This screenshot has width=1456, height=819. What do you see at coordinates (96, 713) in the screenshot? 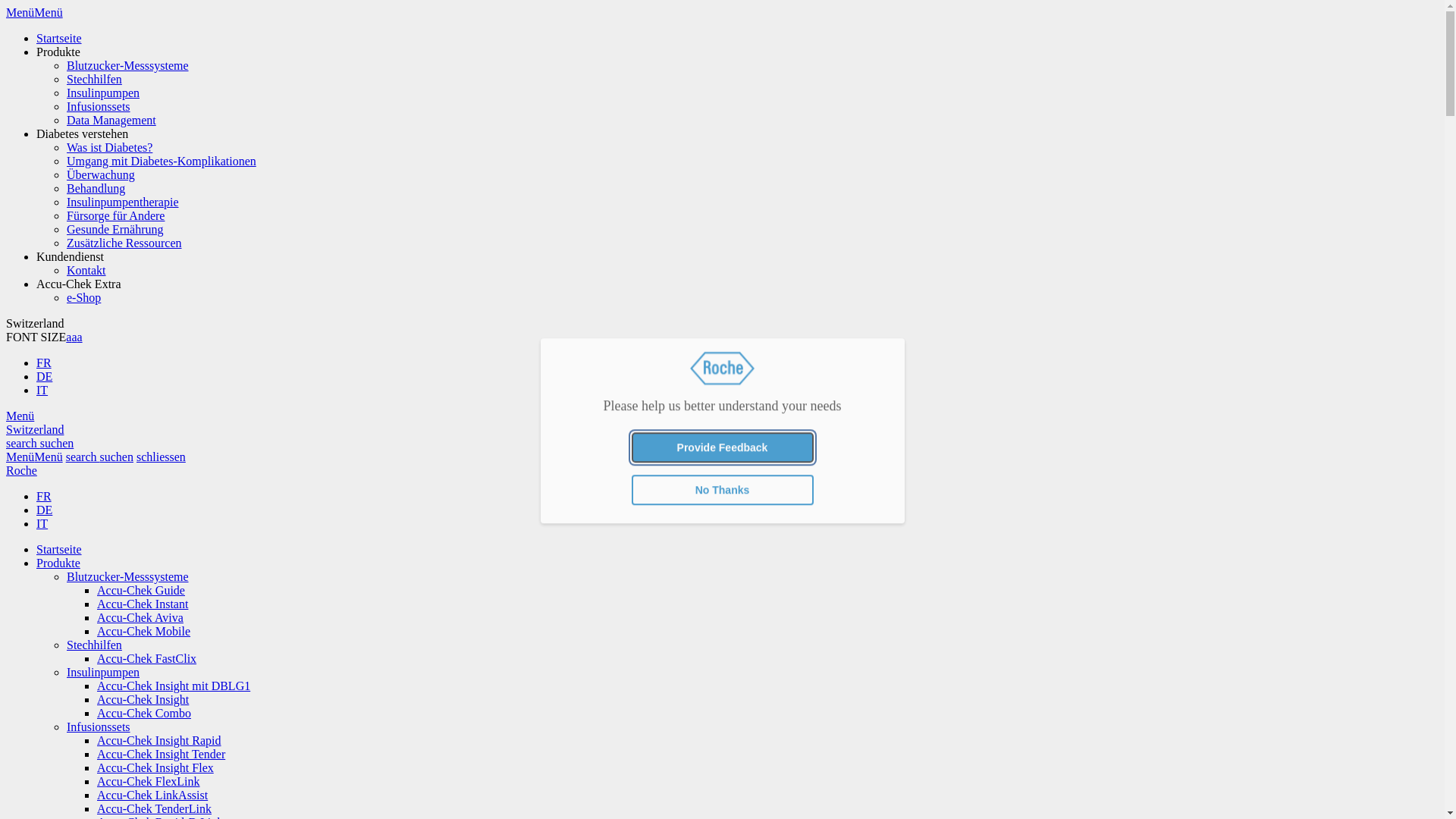
I see `'Accu-Chek Combo'` at bounding box center [96, 713].